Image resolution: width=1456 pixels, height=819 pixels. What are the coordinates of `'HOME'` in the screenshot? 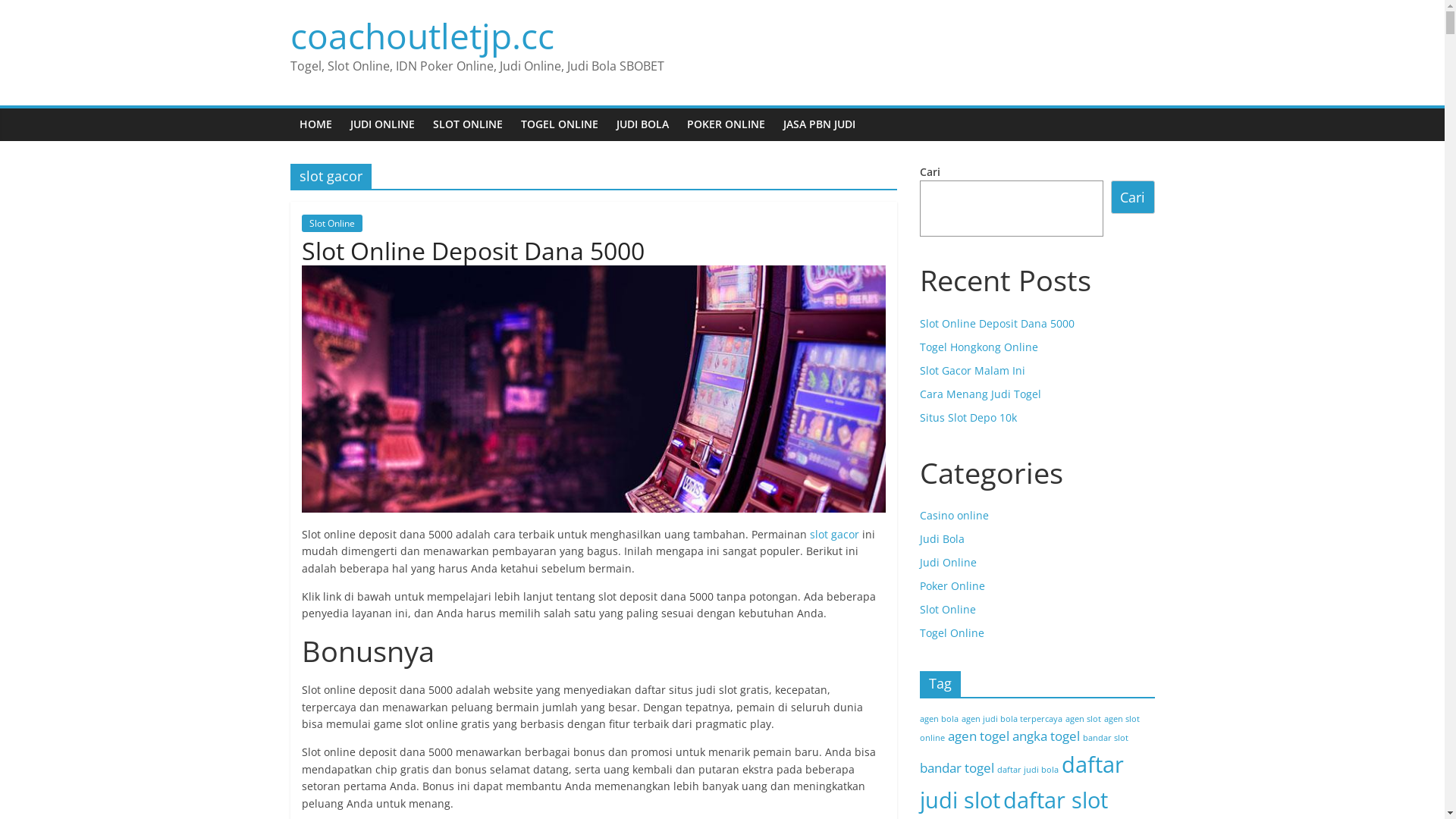 It's located at (314, 124).